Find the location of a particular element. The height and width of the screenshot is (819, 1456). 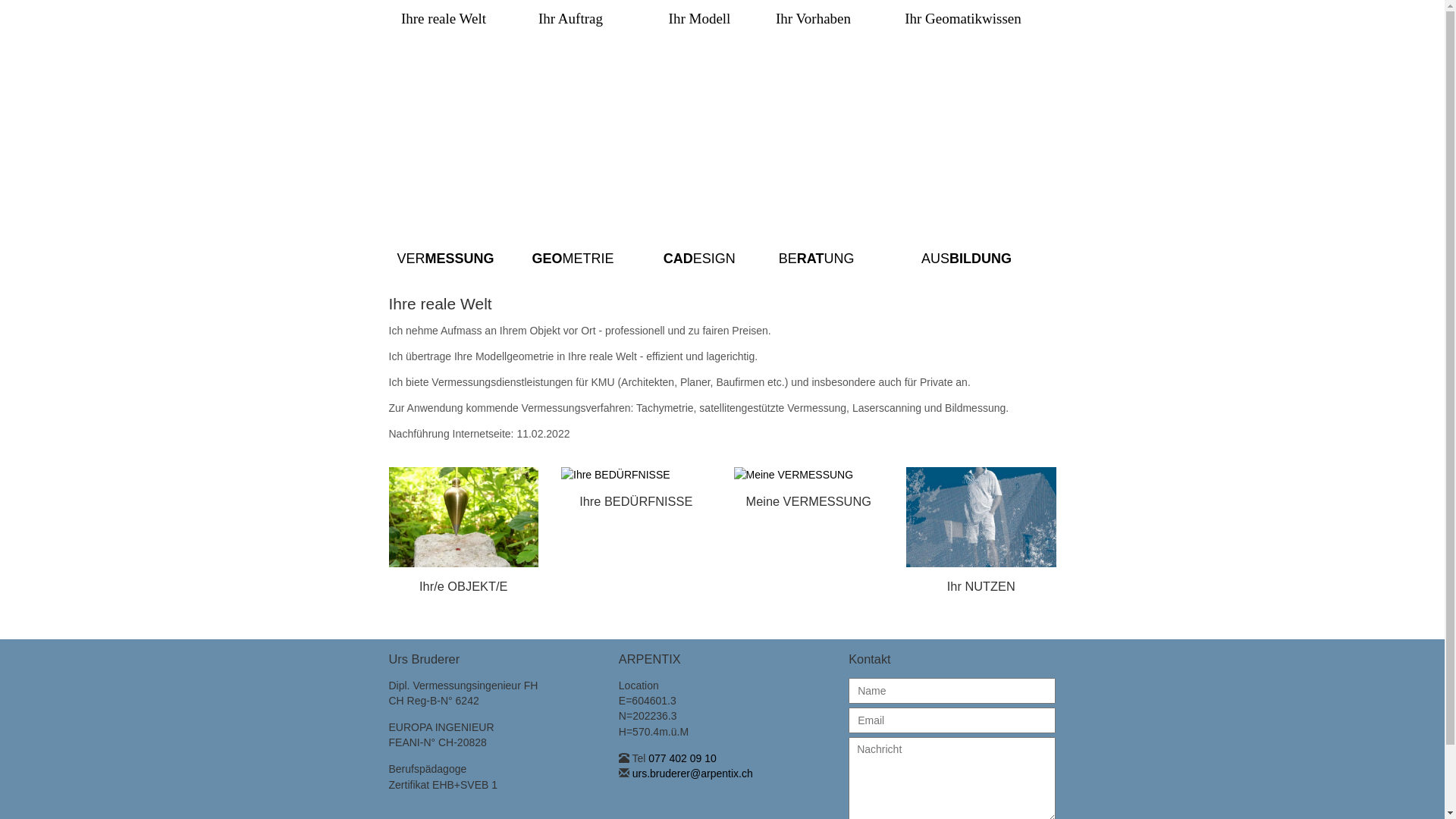

'VERMESSUNG' is located at coordinates (444, 257).